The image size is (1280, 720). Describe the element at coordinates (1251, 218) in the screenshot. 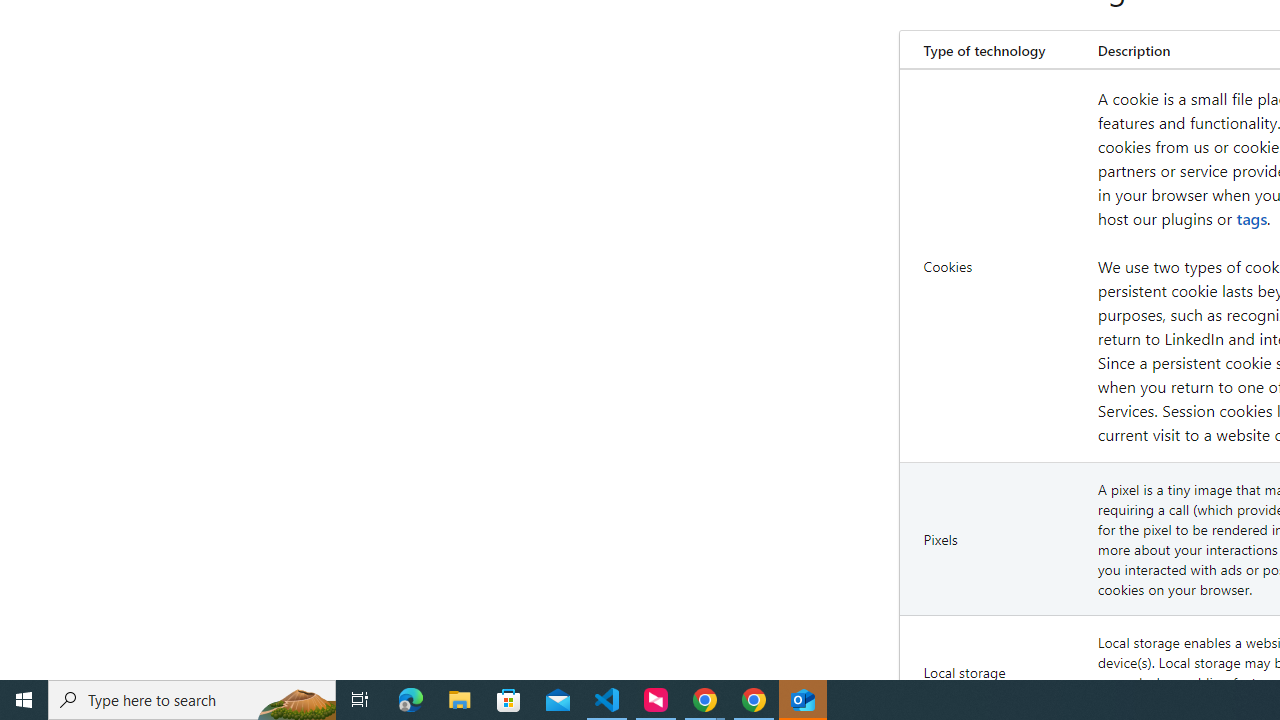

I see `'tags'` at that location.